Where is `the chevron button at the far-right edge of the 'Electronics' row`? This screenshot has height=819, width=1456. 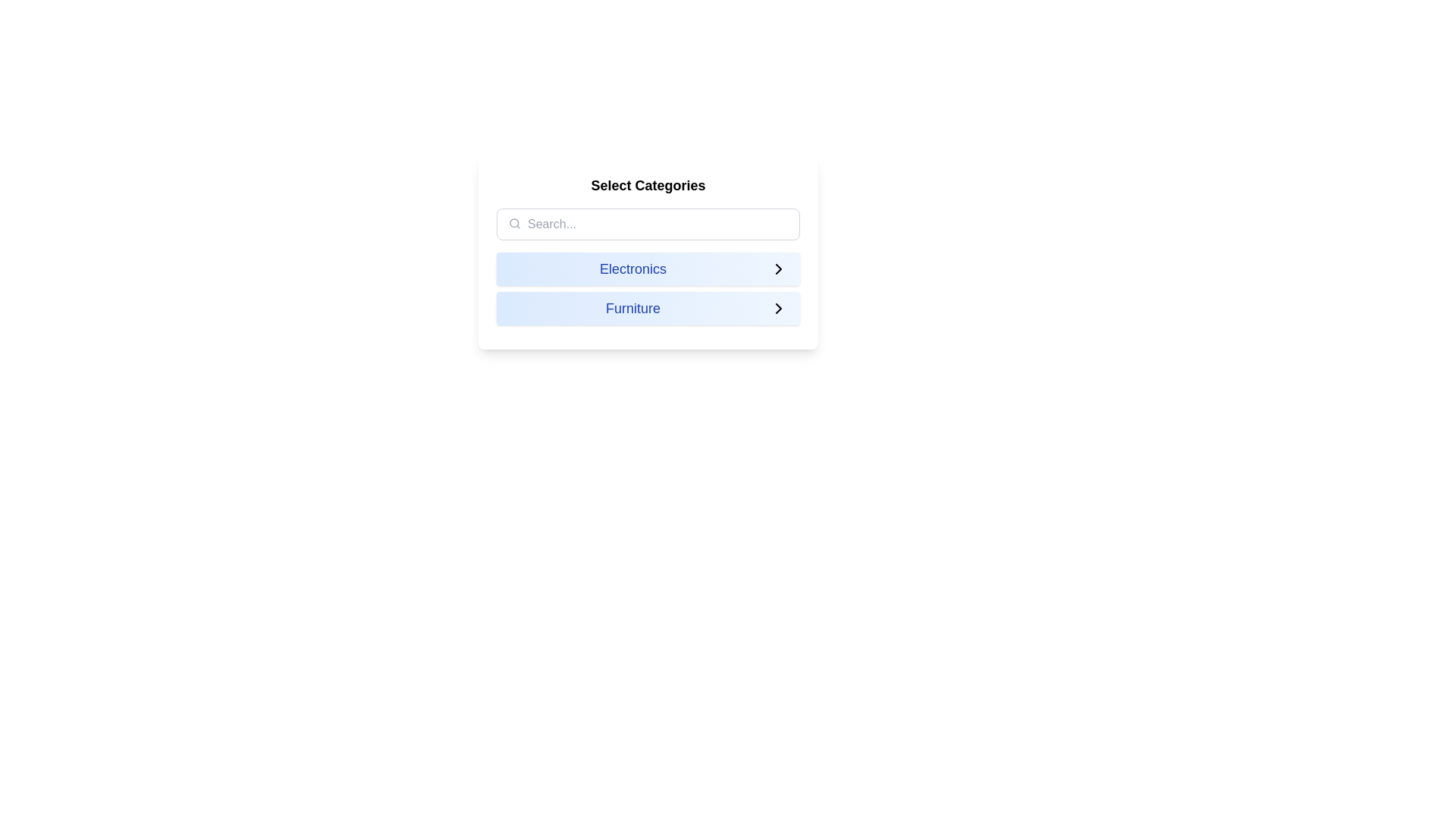 the chevron button at the far-right edge of the 'Electronics' row is located at coordinates (779, 268).